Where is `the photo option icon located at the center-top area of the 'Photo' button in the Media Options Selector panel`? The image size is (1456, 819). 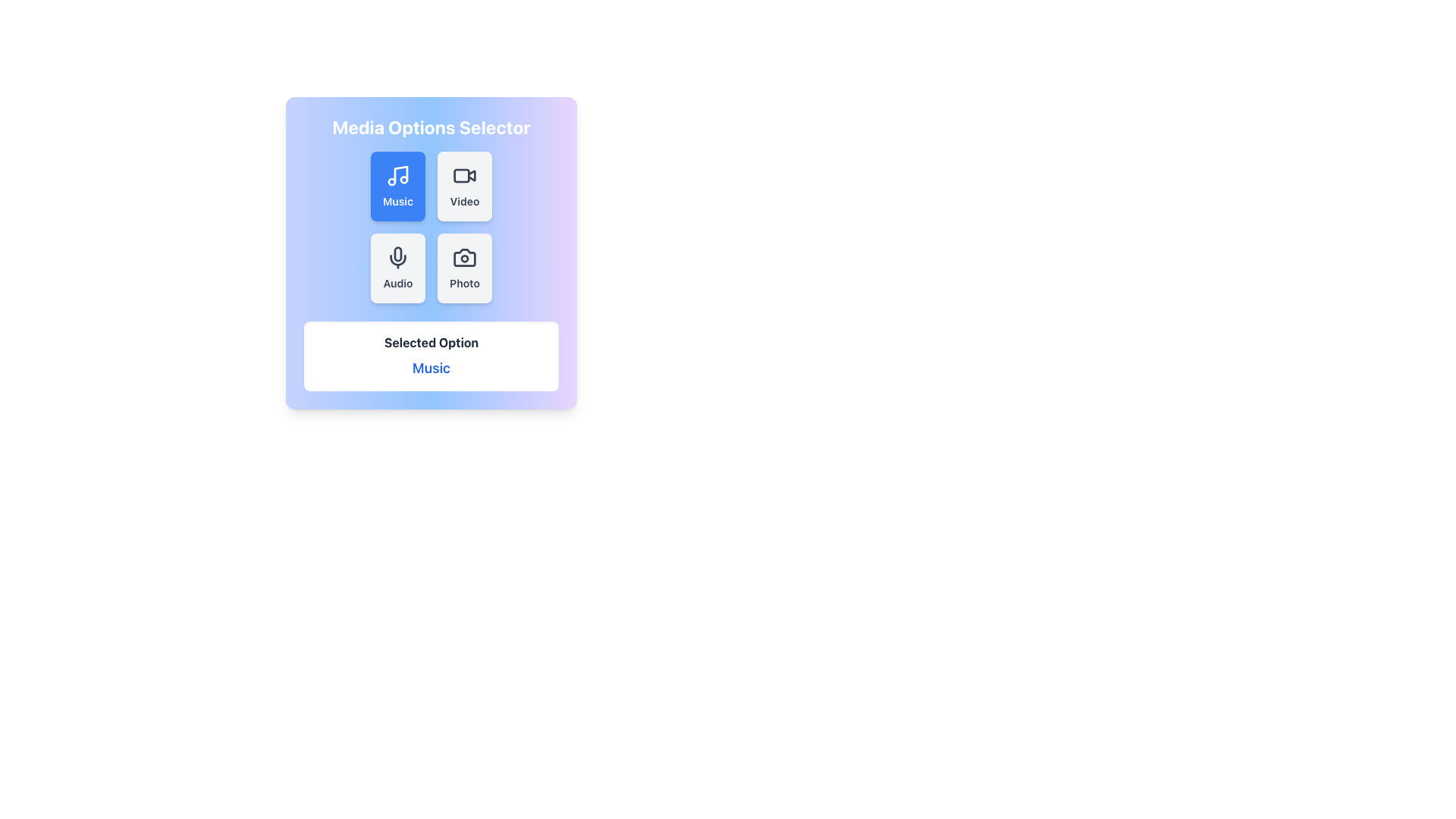 the photo option icon located at the center-top area of the 'Photo' button in the Media Options Selector panel is located at coordinates (464, 256).